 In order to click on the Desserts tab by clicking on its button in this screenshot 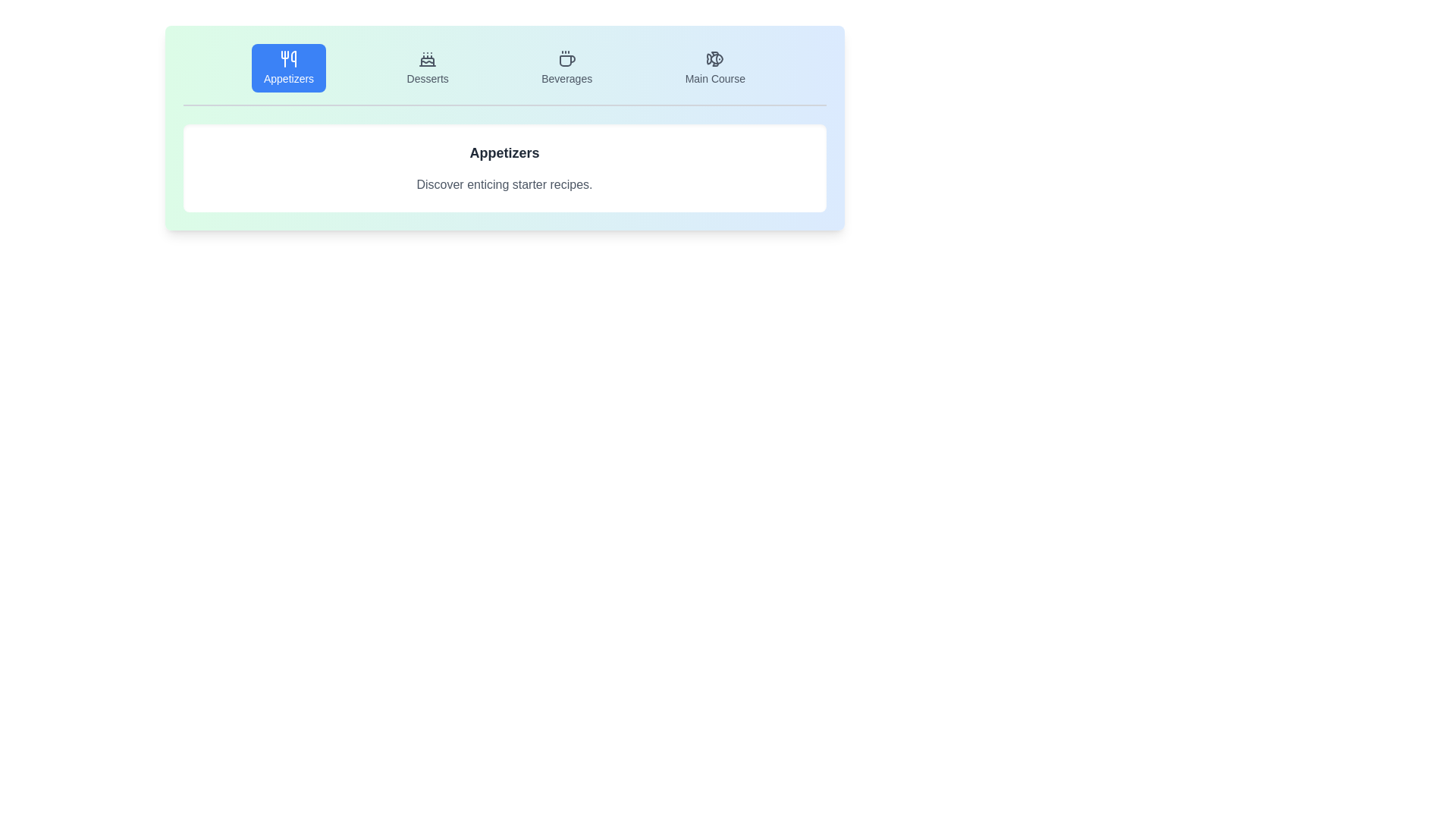, I will do `click(427, 67)`.